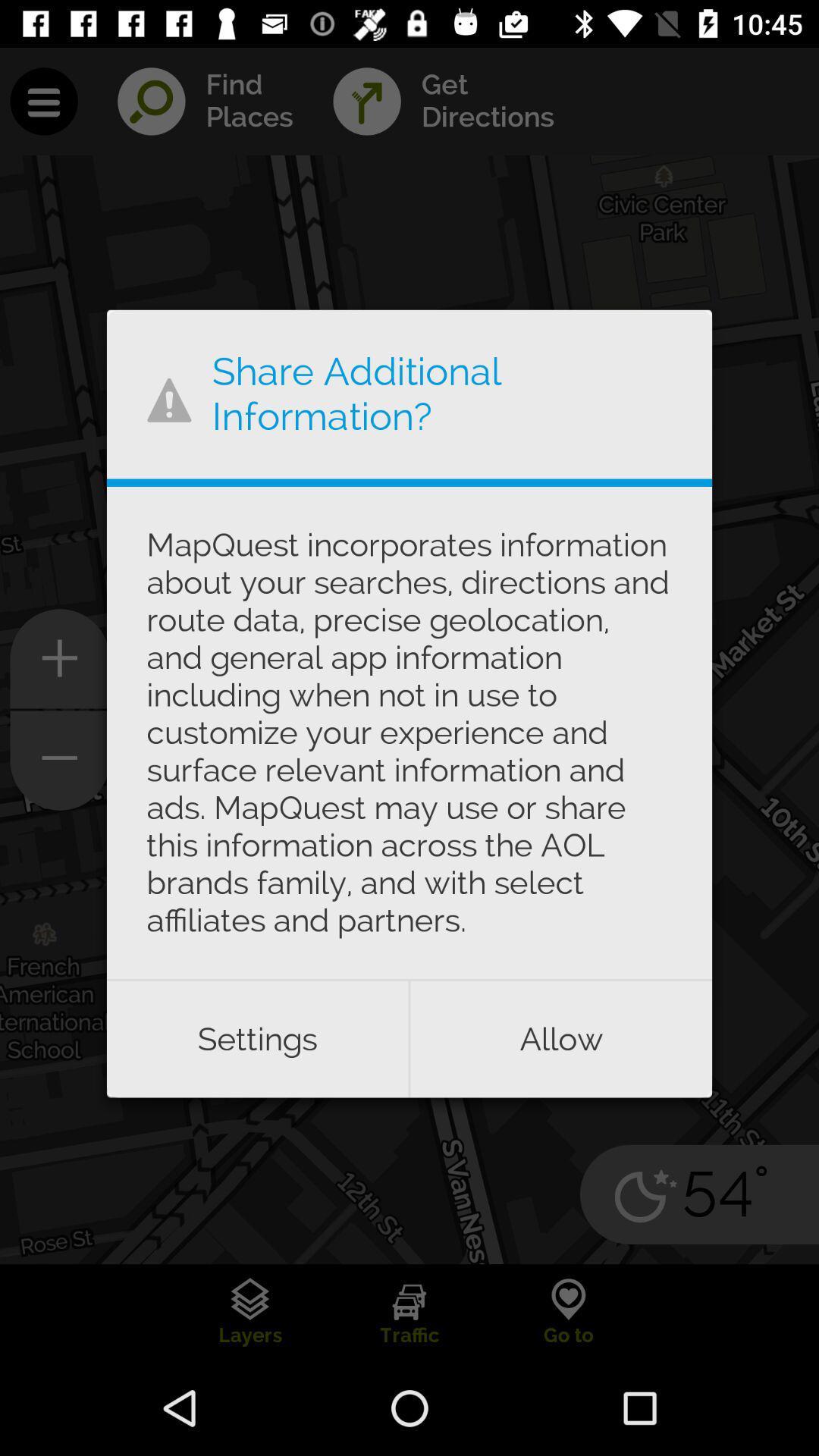  Describe the element at coordinates (561, 1038) in the screenshot. I see `allow item` at that location.